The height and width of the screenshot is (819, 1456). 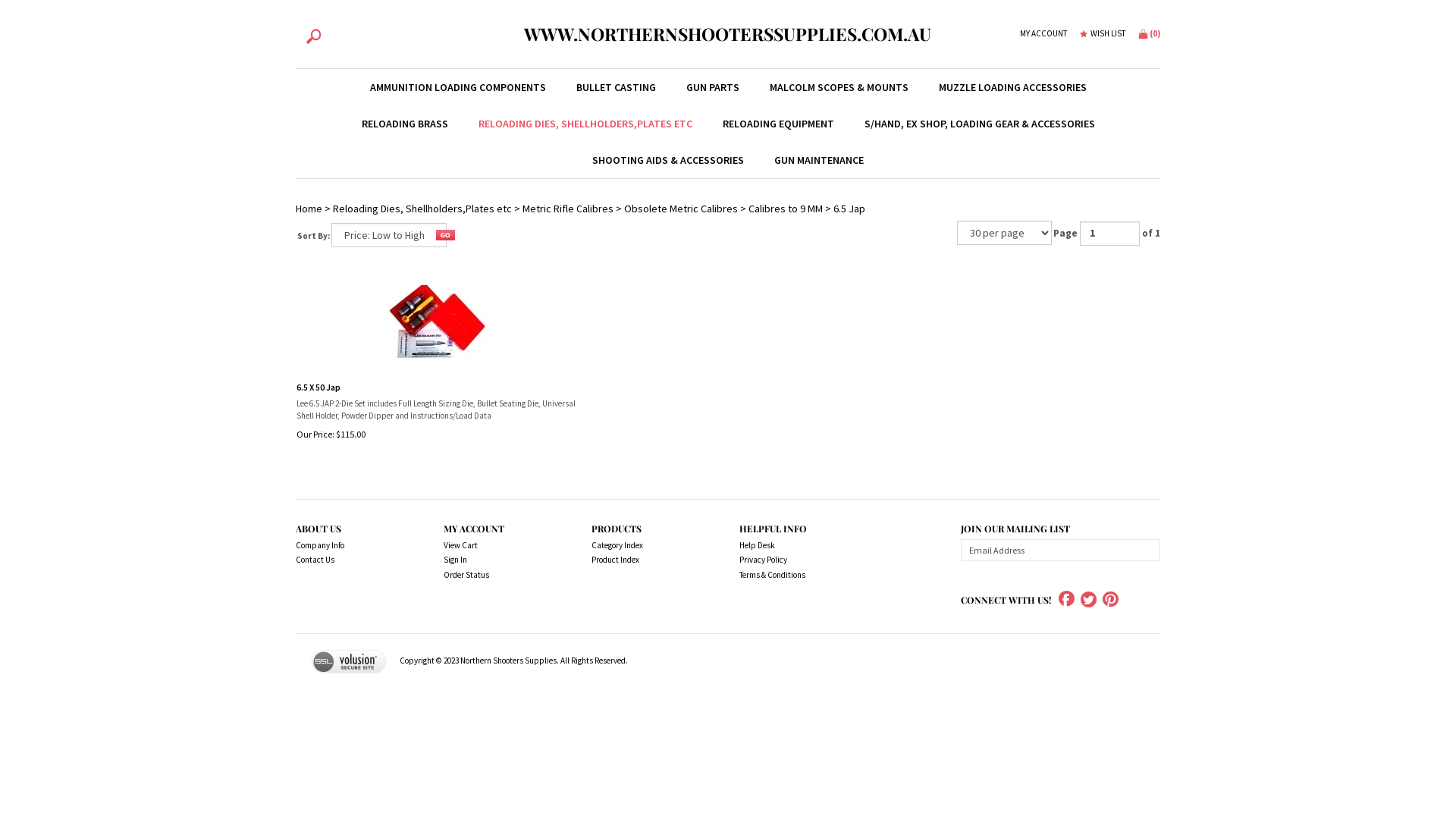 What do you see at coordinates (679, 208) in the screenshot?
I see `'Obsolete Metric Calibres'` at bounding box center [679, 208].